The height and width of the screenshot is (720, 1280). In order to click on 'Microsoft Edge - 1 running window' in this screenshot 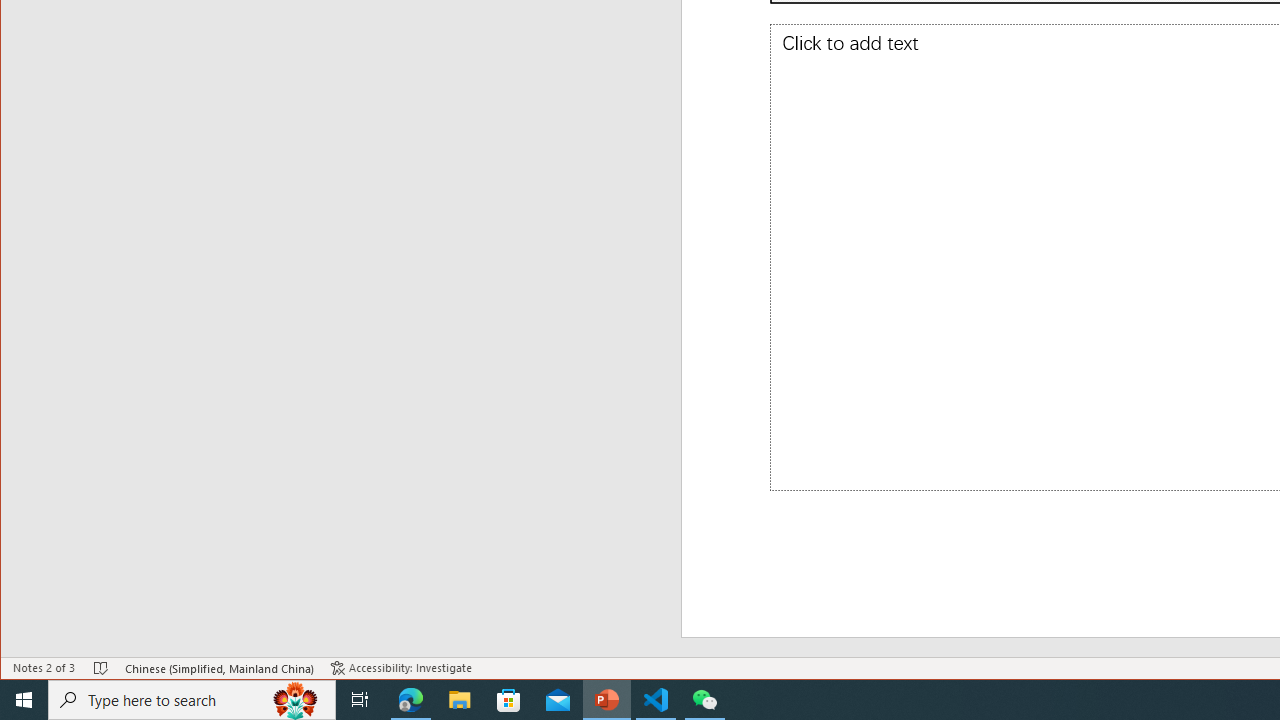, I will do `click(410, 698)`.